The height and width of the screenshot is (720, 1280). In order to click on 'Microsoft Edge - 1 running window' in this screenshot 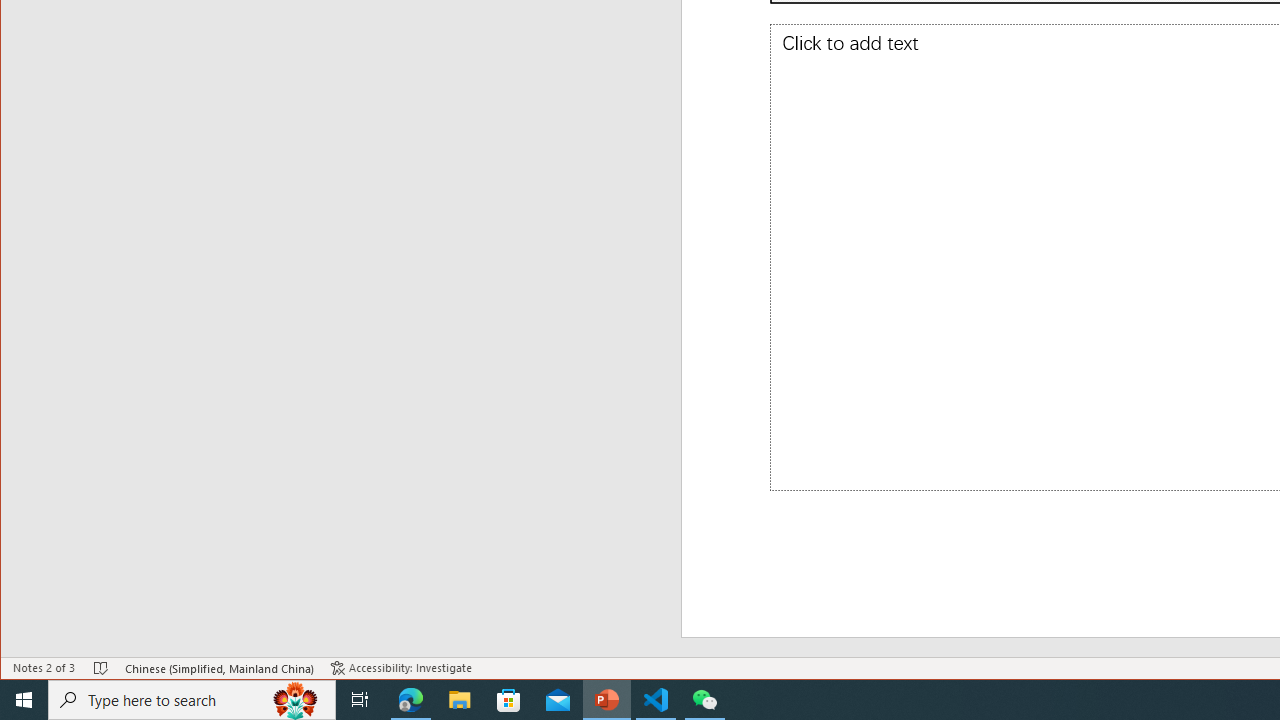, I will do `click(410, 698)`.